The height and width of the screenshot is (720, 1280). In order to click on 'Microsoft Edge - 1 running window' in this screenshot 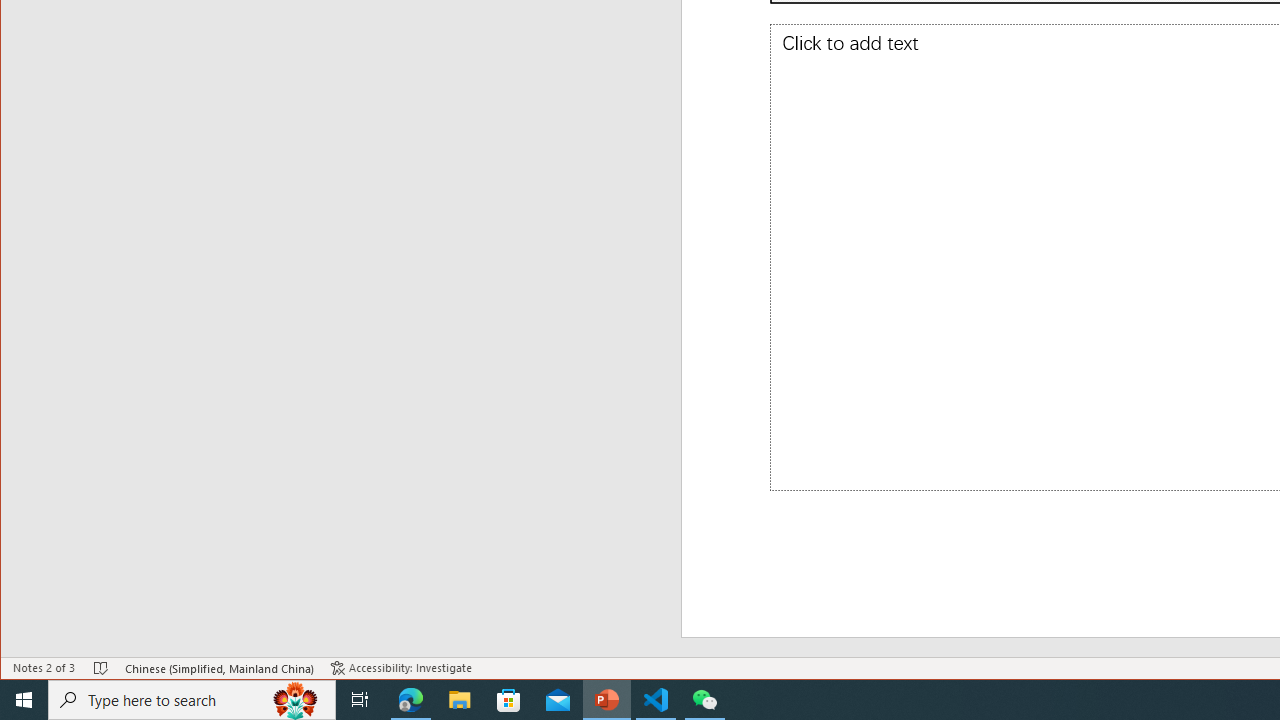, I will do `click(410, 698)`.